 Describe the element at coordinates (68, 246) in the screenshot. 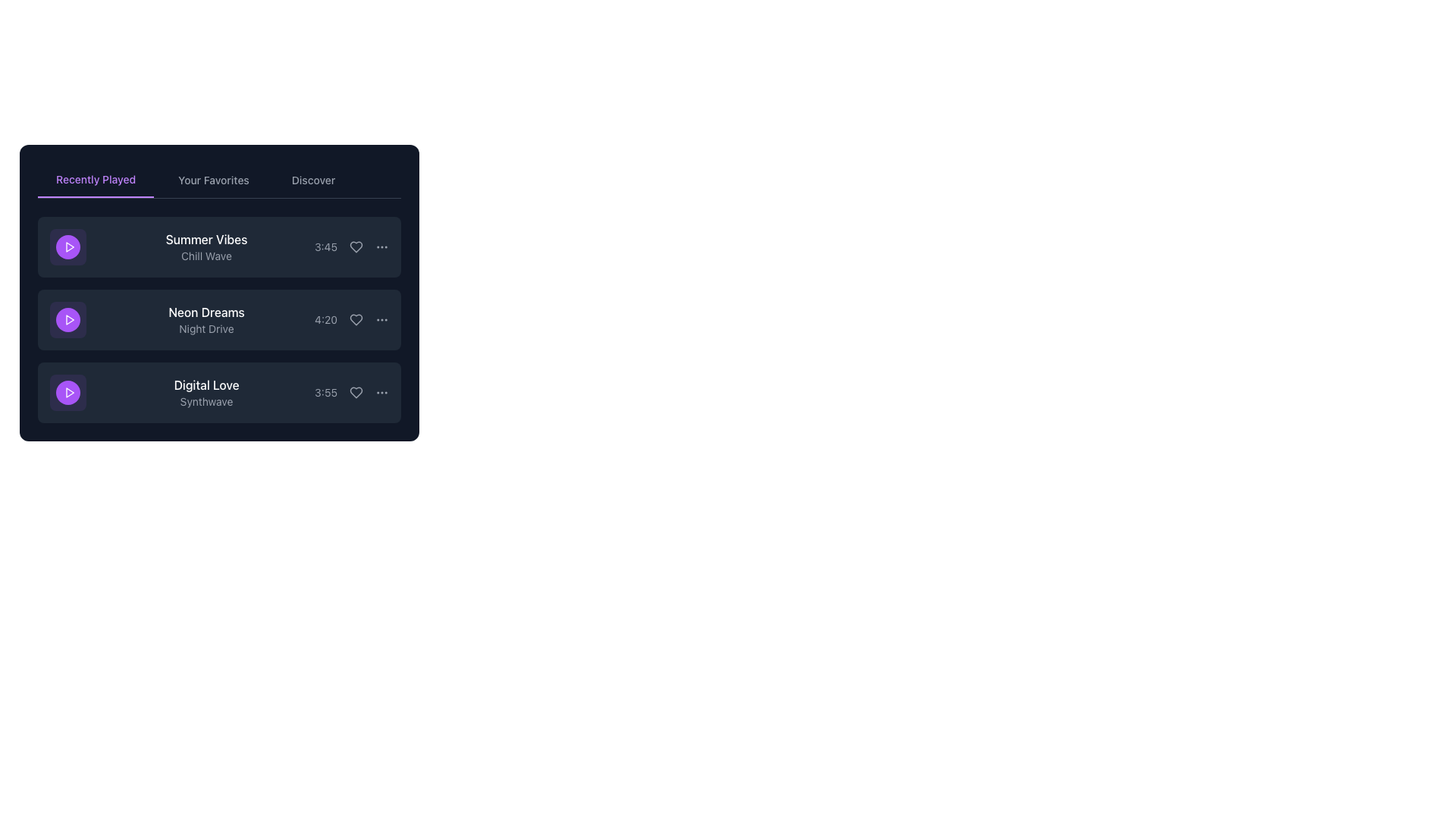

I see `the play icon button to the left of the 'Summer Vibes' song entry in the 'Recently Played' tab` at that location.